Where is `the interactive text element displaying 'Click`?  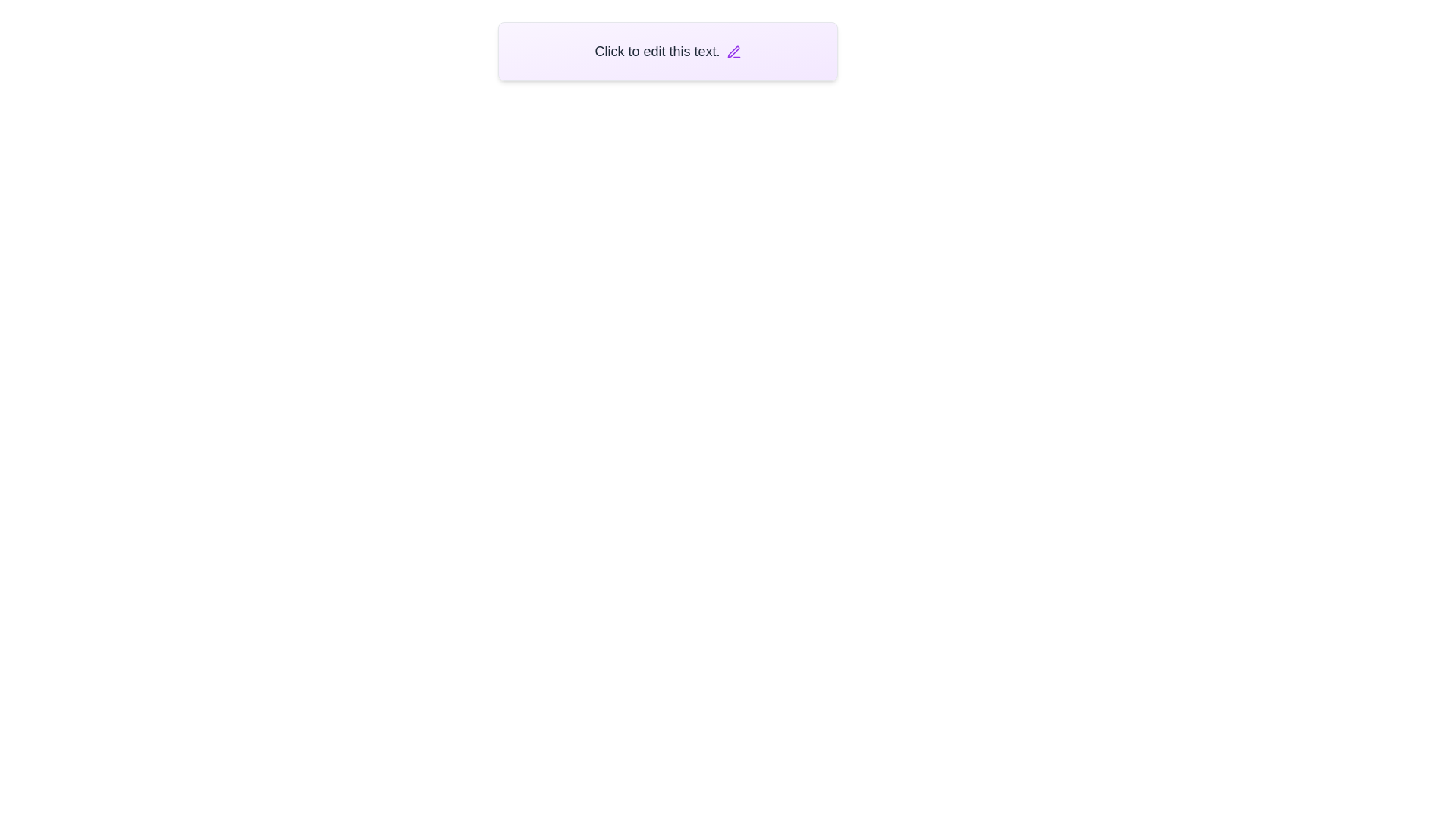
the interactive text element displaying 'Click is located at coordinates (667, 51).